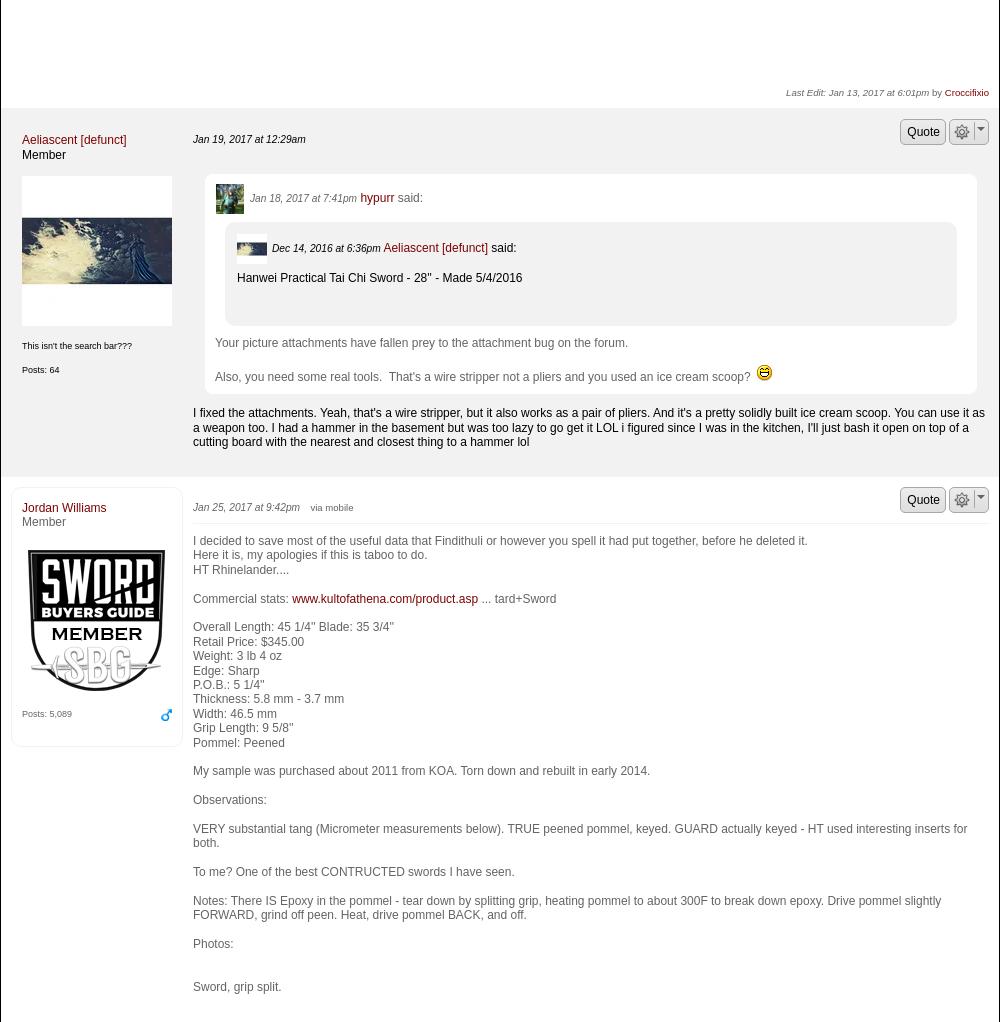 This screenshot has height=1022, width=1000. I want to click on 'P.O.B.: 5 1/4''', so click(227, 684).